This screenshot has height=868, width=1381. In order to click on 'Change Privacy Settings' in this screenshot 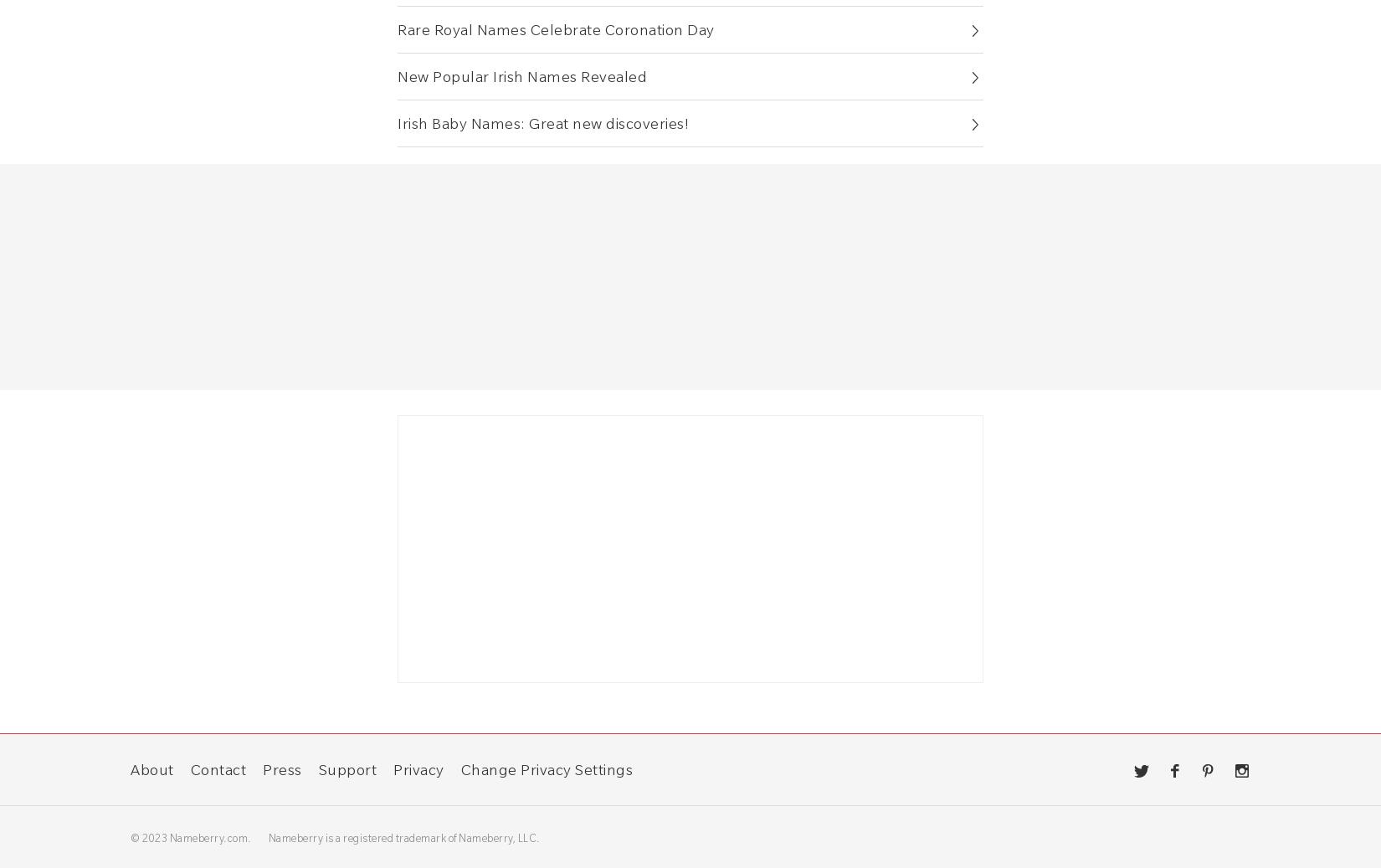, I will do `click(546, 768)`.